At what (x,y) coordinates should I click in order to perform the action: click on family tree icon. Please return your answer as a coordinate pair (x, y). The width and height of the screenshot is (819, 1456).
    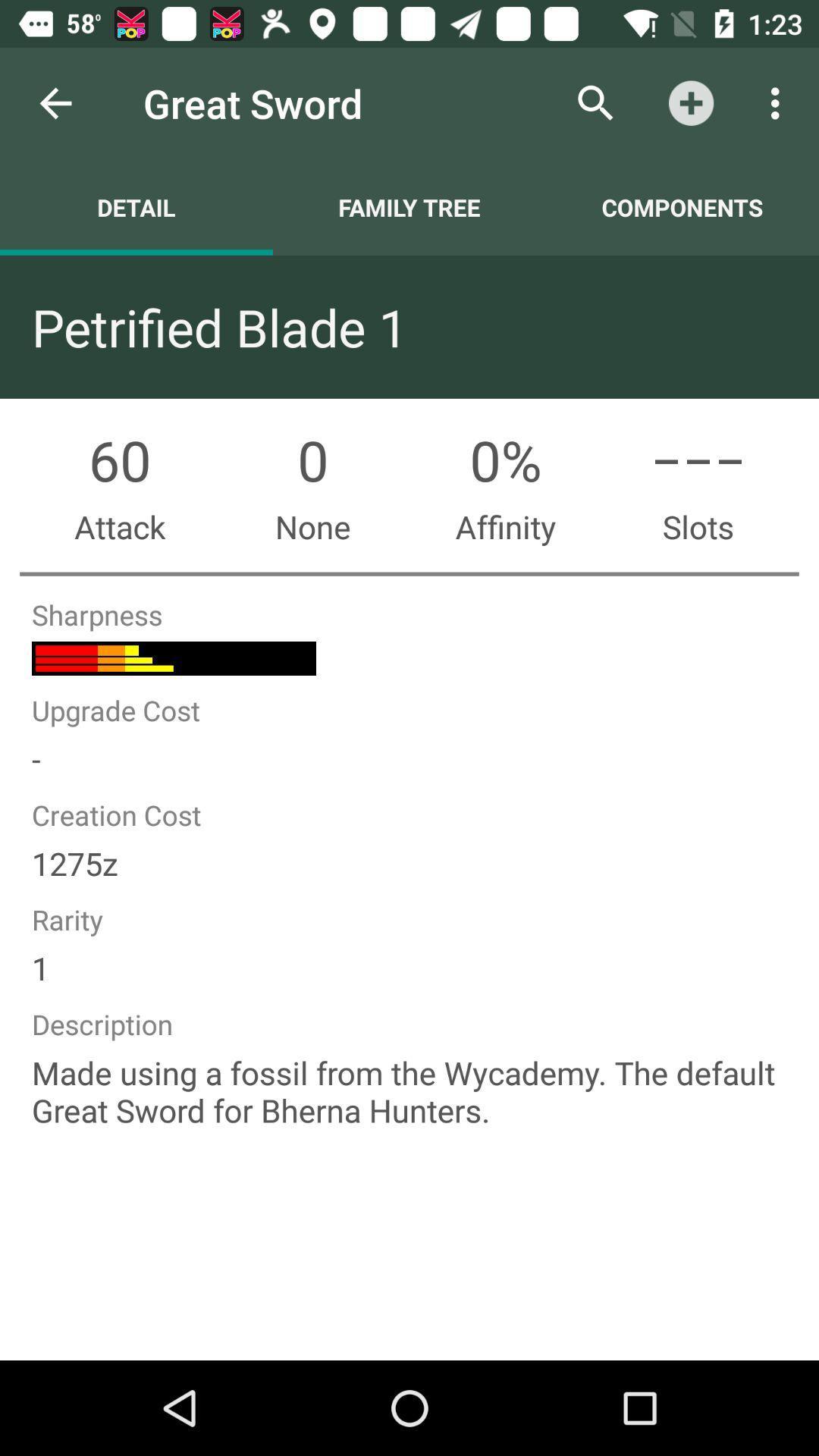
    Looking at the image, I should click on (409, 206).